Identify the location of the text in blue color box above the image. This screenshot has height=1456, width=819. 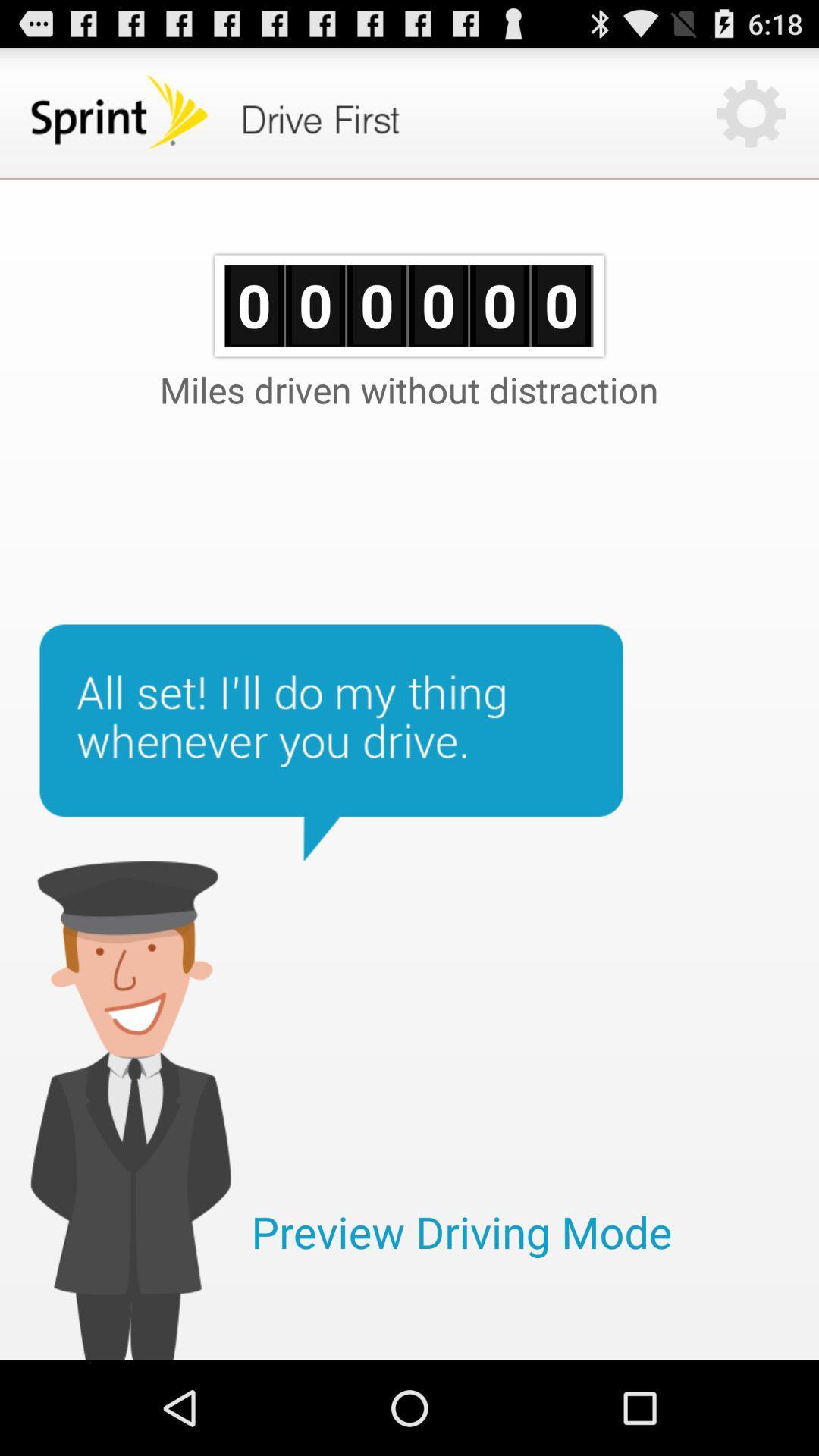
(331, 742).